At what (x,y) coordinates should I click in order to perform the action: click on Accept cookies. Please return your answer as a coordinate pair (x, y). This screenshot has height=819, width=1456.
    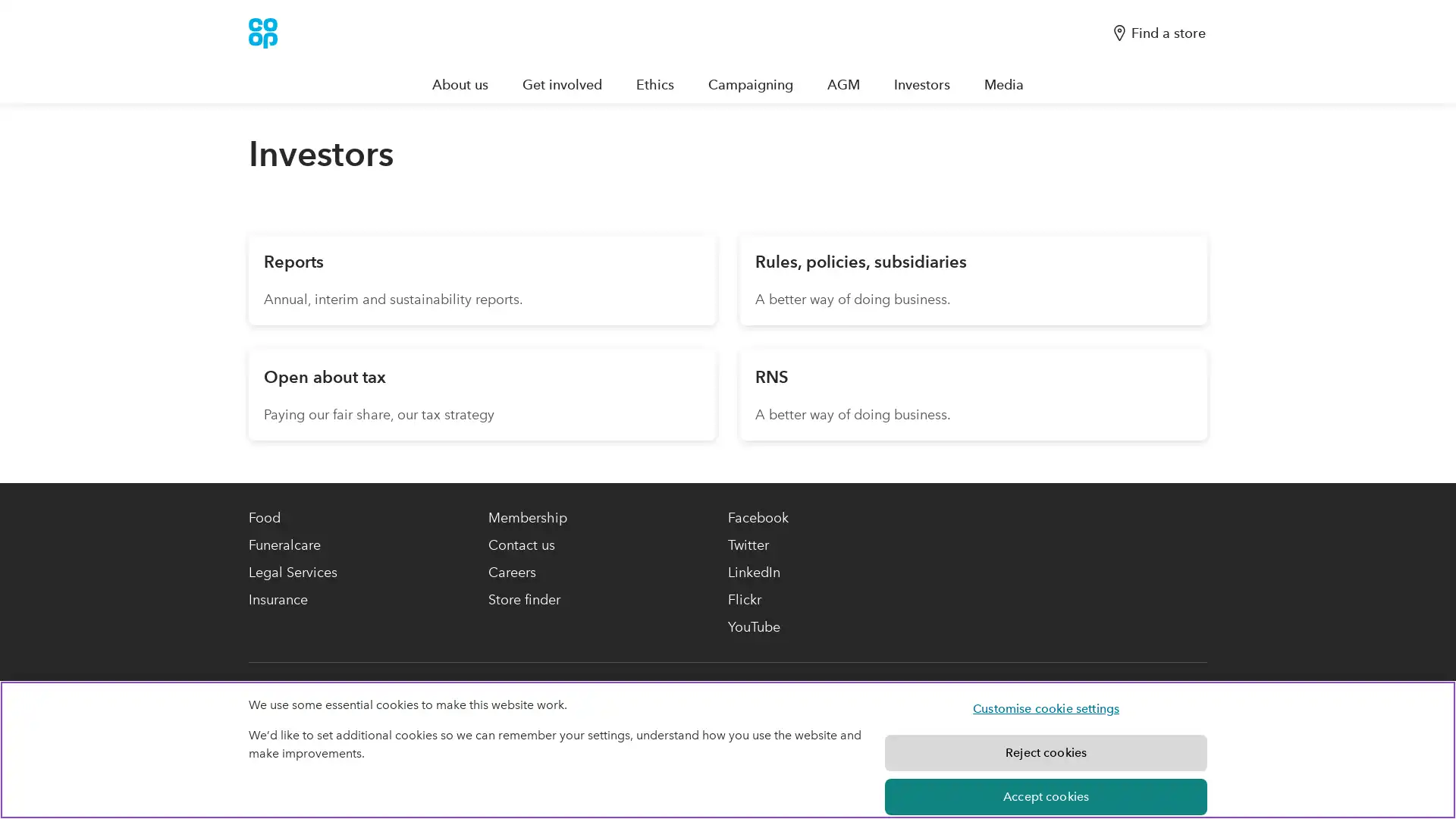
    Looking at the image, I should click on (1044, 795).